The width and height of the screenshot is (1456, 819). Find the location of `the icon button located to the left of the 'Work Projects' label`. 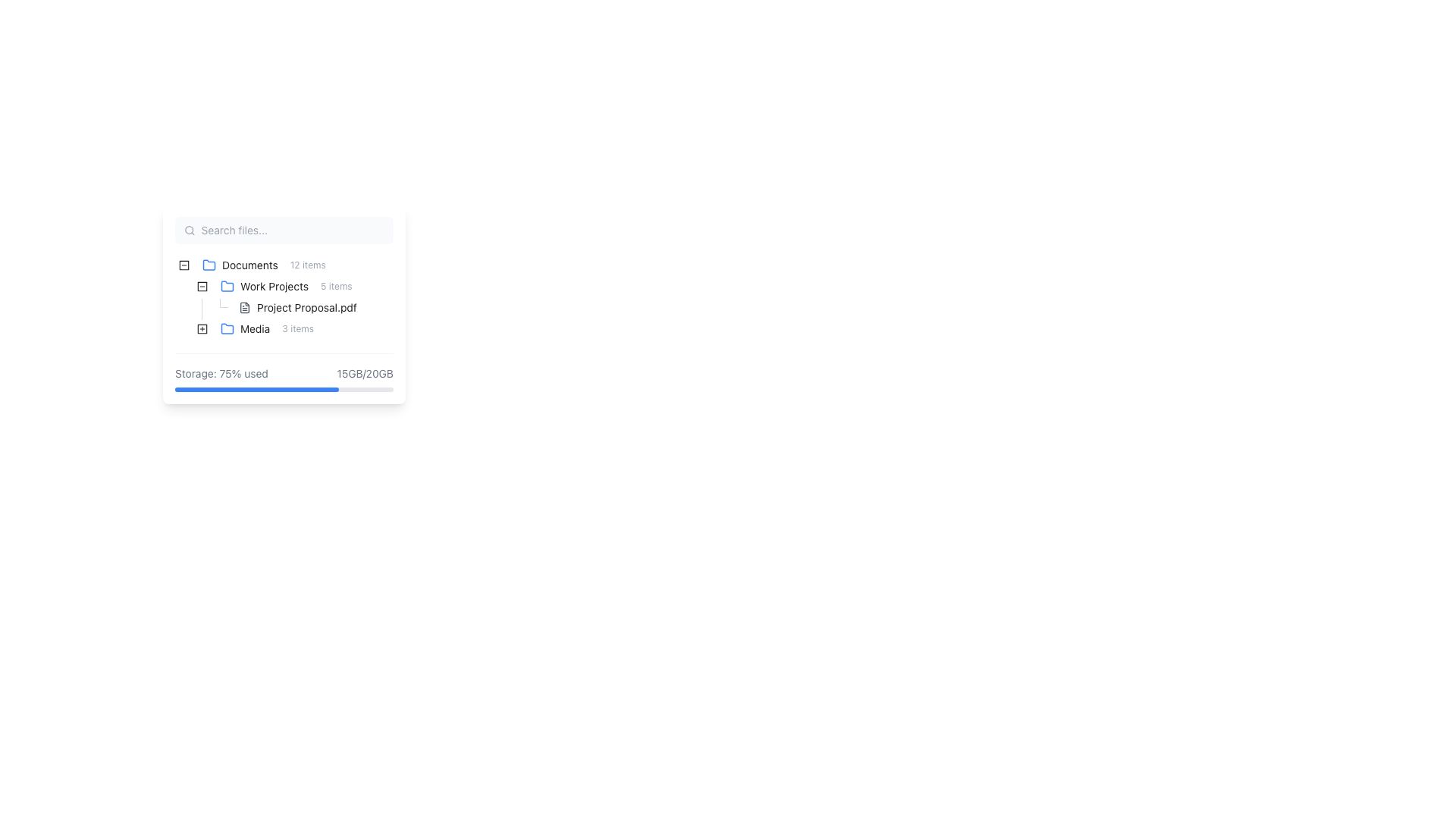

the icon button located to the left of the 'Work Projects' label is located at coordinates (202, 287).